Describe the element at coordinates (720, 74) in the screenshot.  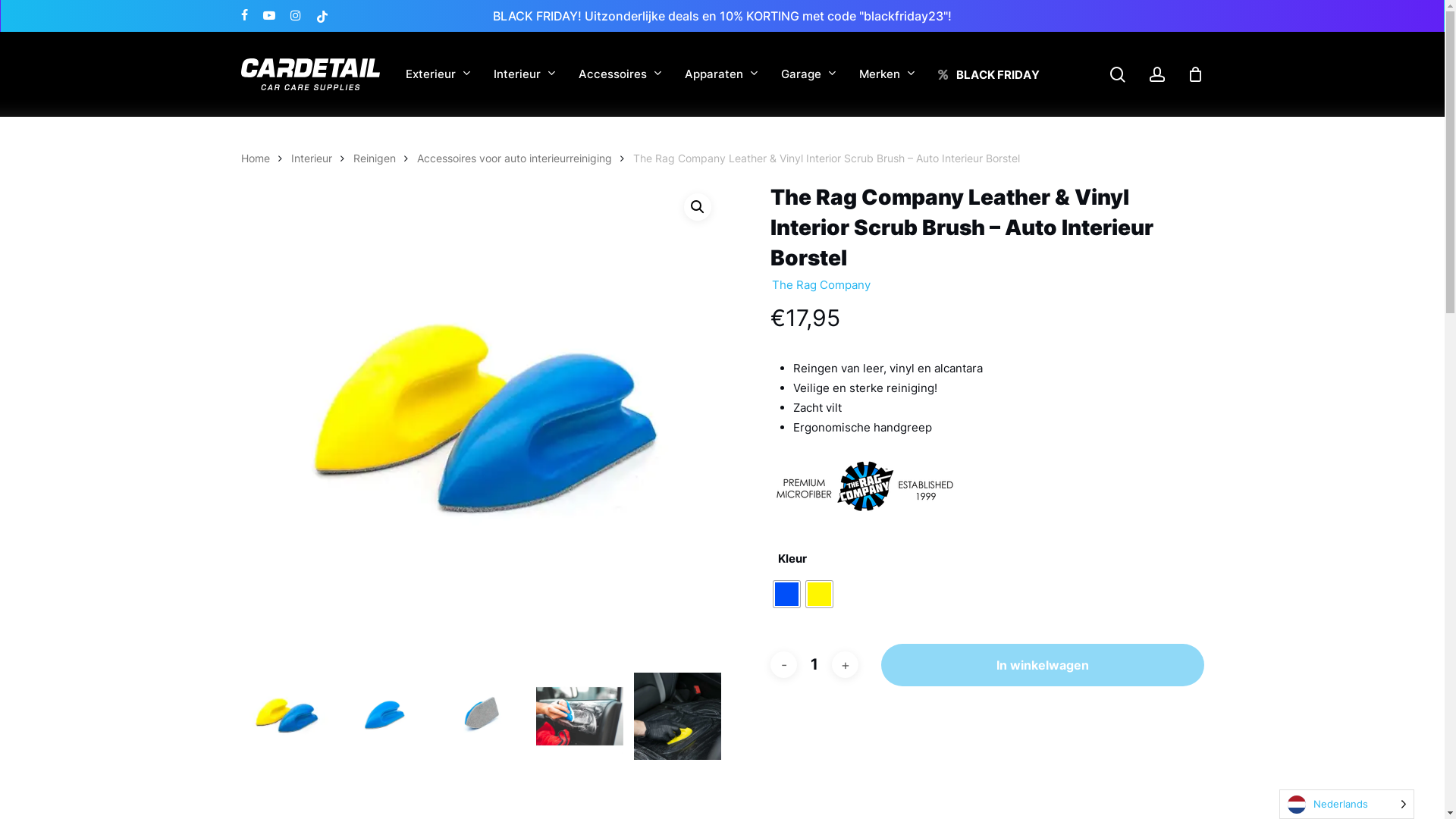
I see `'Apparaten'` at that location.